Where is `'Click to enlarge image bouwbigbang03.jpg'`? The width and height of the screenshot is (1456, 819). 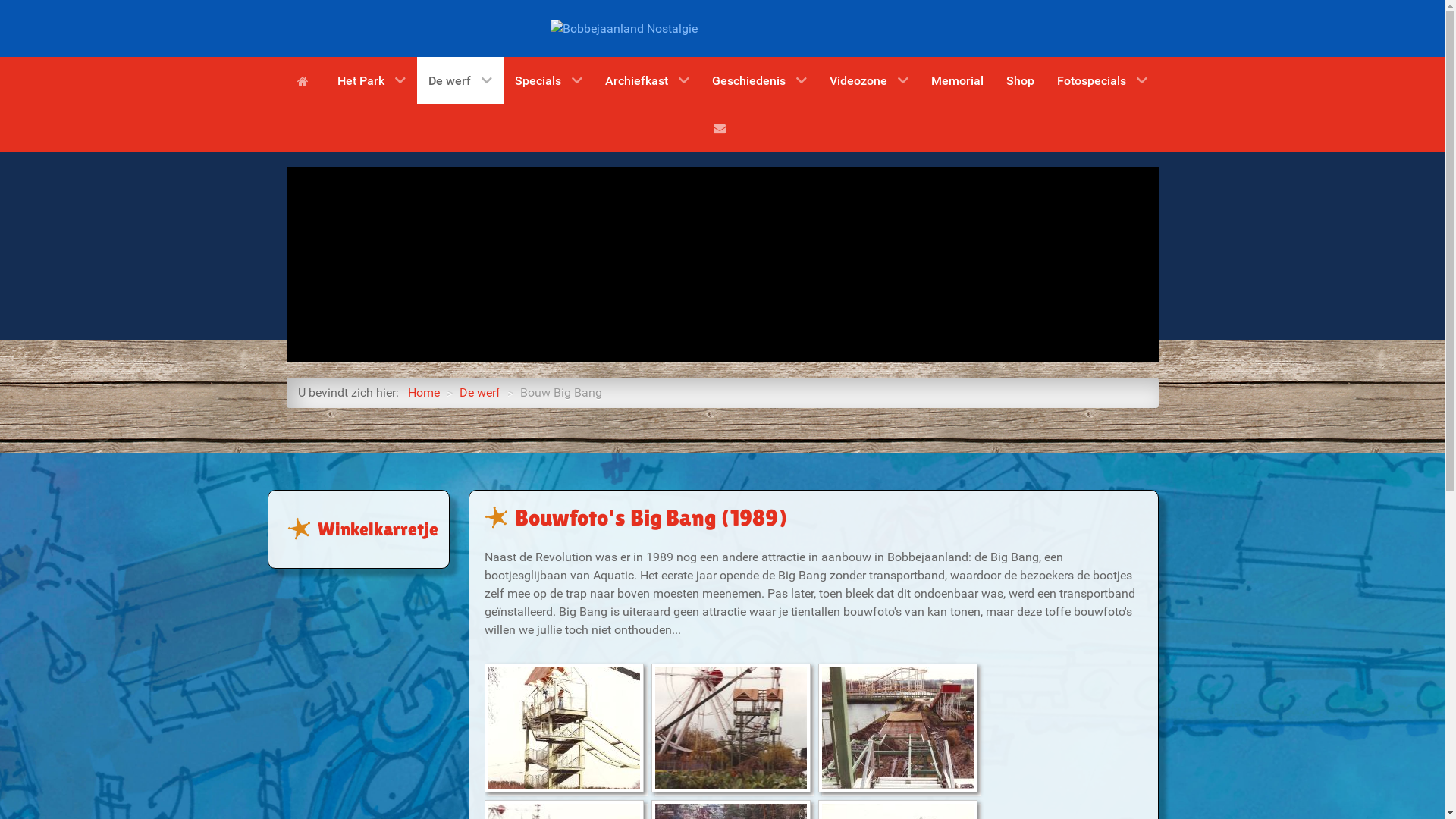 'Click to enlarge image bouwbigbang03.jpg' is located at coordinates (898, 727).